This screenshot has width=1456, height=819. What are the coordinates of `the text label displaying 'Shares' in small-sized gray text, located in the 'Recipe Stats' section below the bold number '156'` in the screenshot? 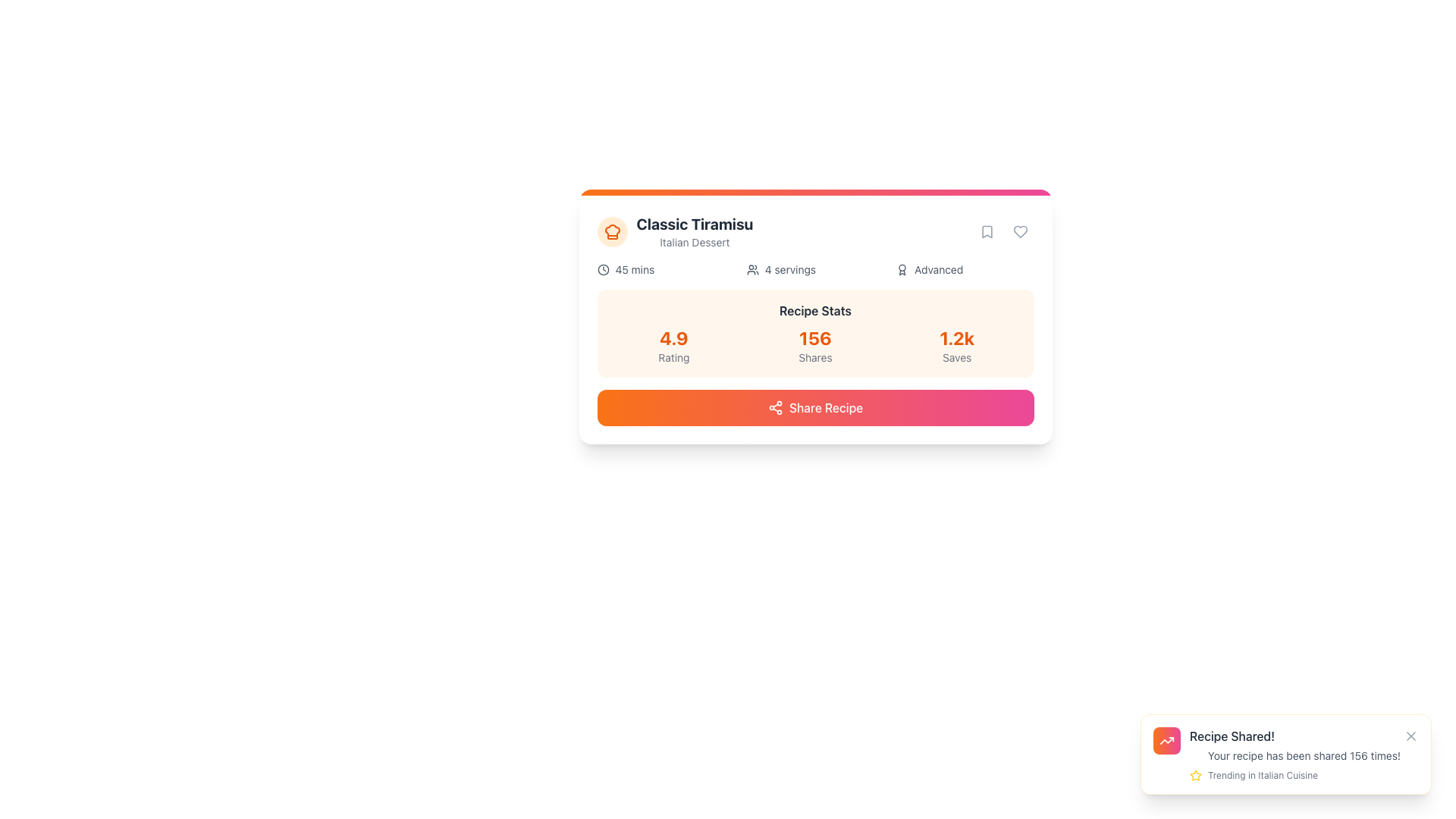 It's located at (814, 357).